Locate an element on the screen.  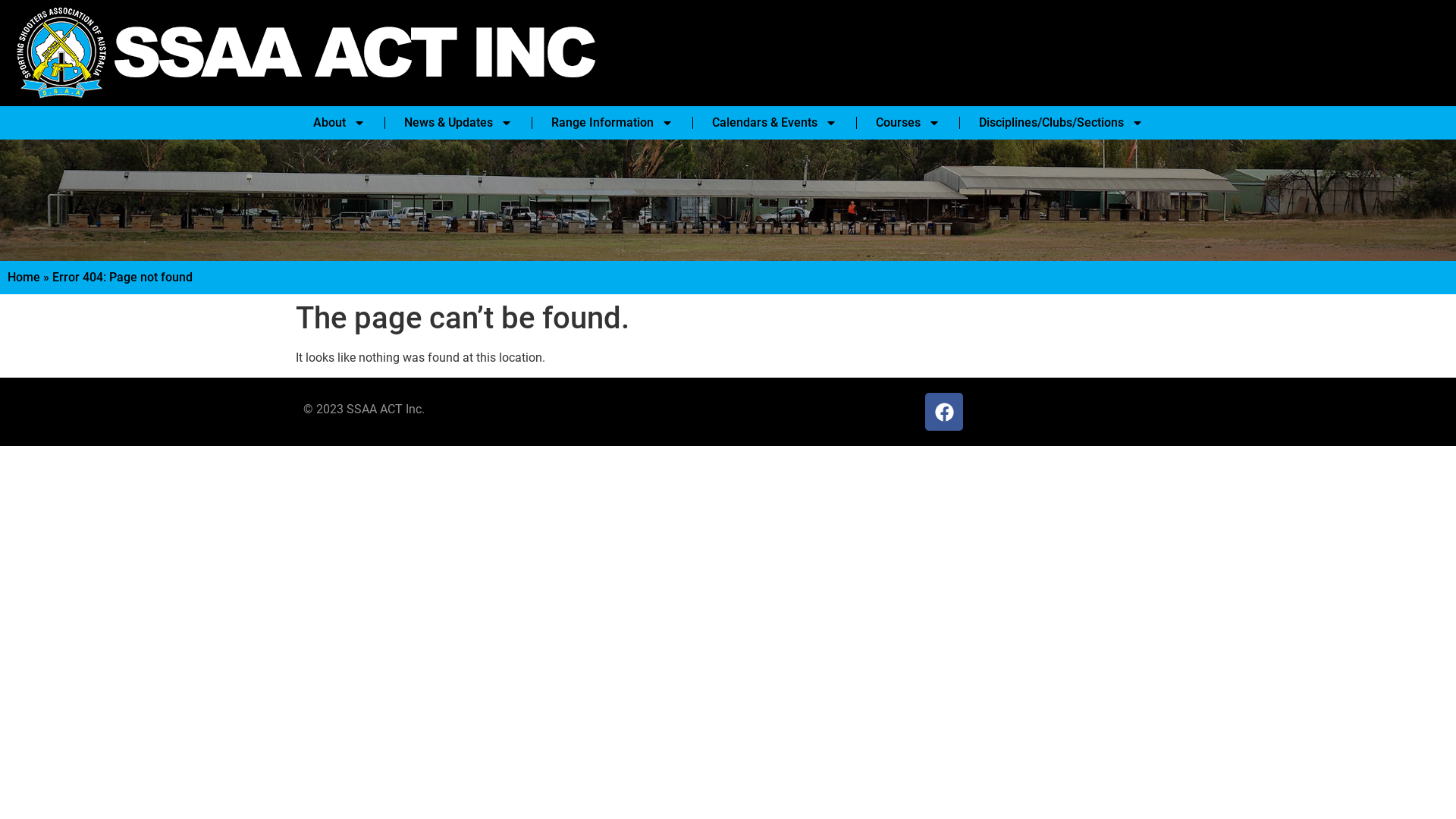
'About' is located at coordinates (337, 122).